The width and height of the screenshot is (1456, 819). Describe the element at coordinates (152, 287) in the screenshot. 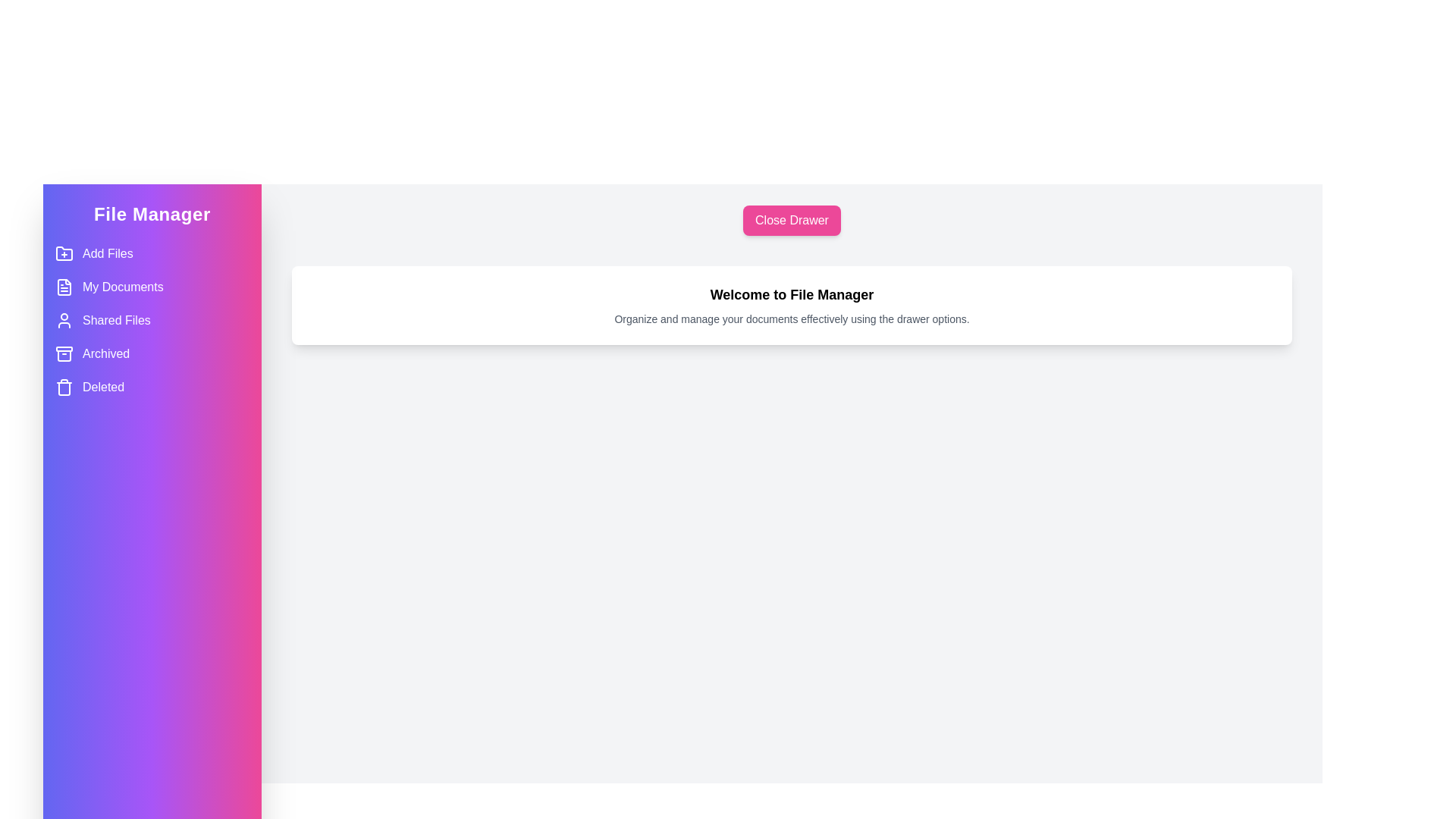

I see `the menu item labeled My Documents` at that location.